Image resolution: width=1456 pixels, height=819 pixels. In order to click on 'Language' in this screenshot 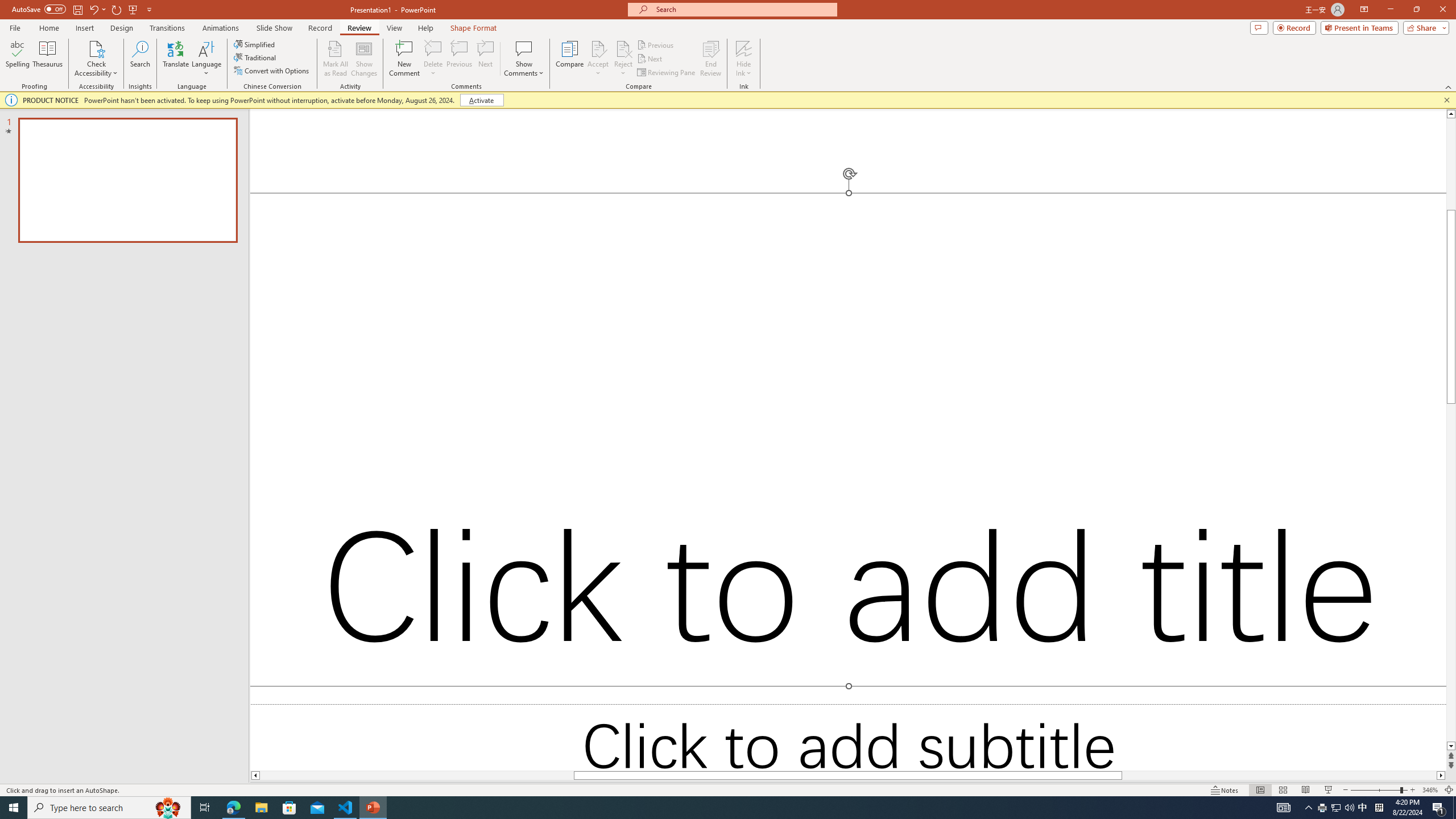, I will do `click(206, 59)`.